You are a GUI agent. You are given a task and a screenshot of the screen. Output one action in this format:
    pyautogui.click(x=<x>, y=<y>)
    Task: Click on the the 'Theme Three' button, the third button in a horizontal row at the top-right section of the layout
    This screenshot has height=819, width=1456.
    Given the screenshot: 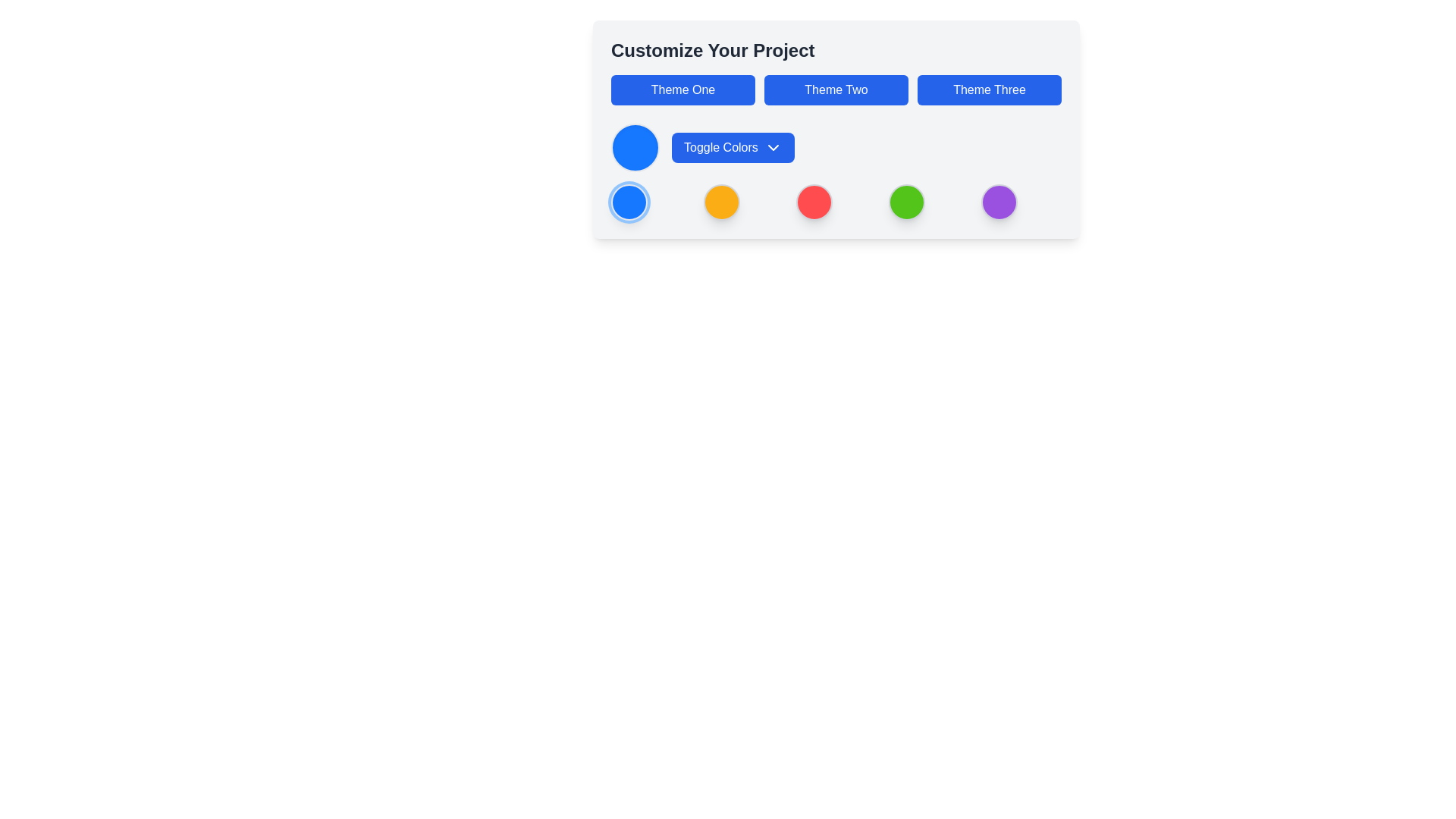 What is the action you would take?
    pyautogui.click(x=990, y=90)
    